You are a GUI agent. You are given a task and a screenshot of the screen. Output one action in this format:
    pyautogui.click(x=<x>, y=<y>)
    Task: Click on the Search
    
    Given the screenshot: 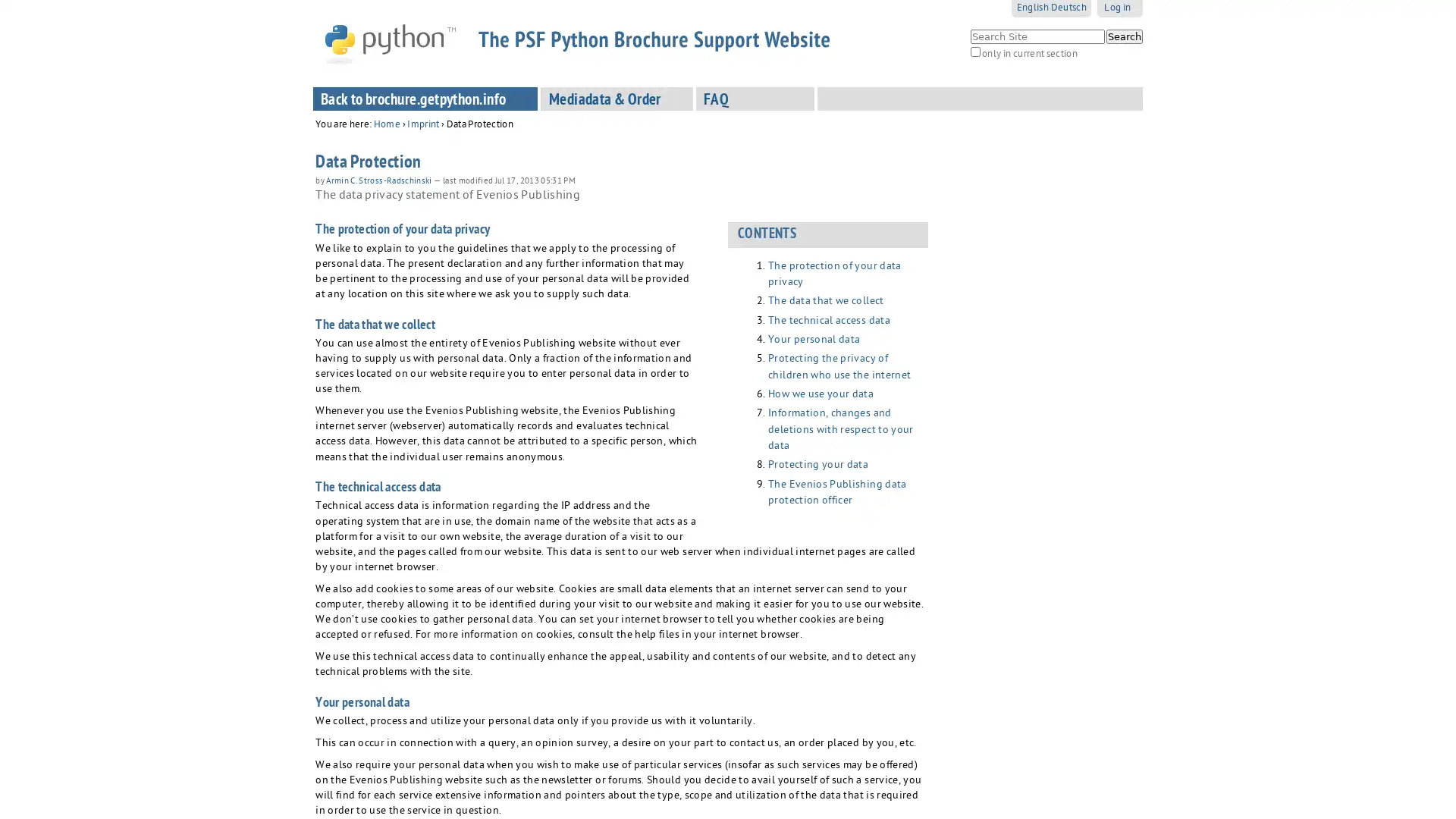 What is the action you would take?
    pyautogui.click(x=1125, y=35)
    